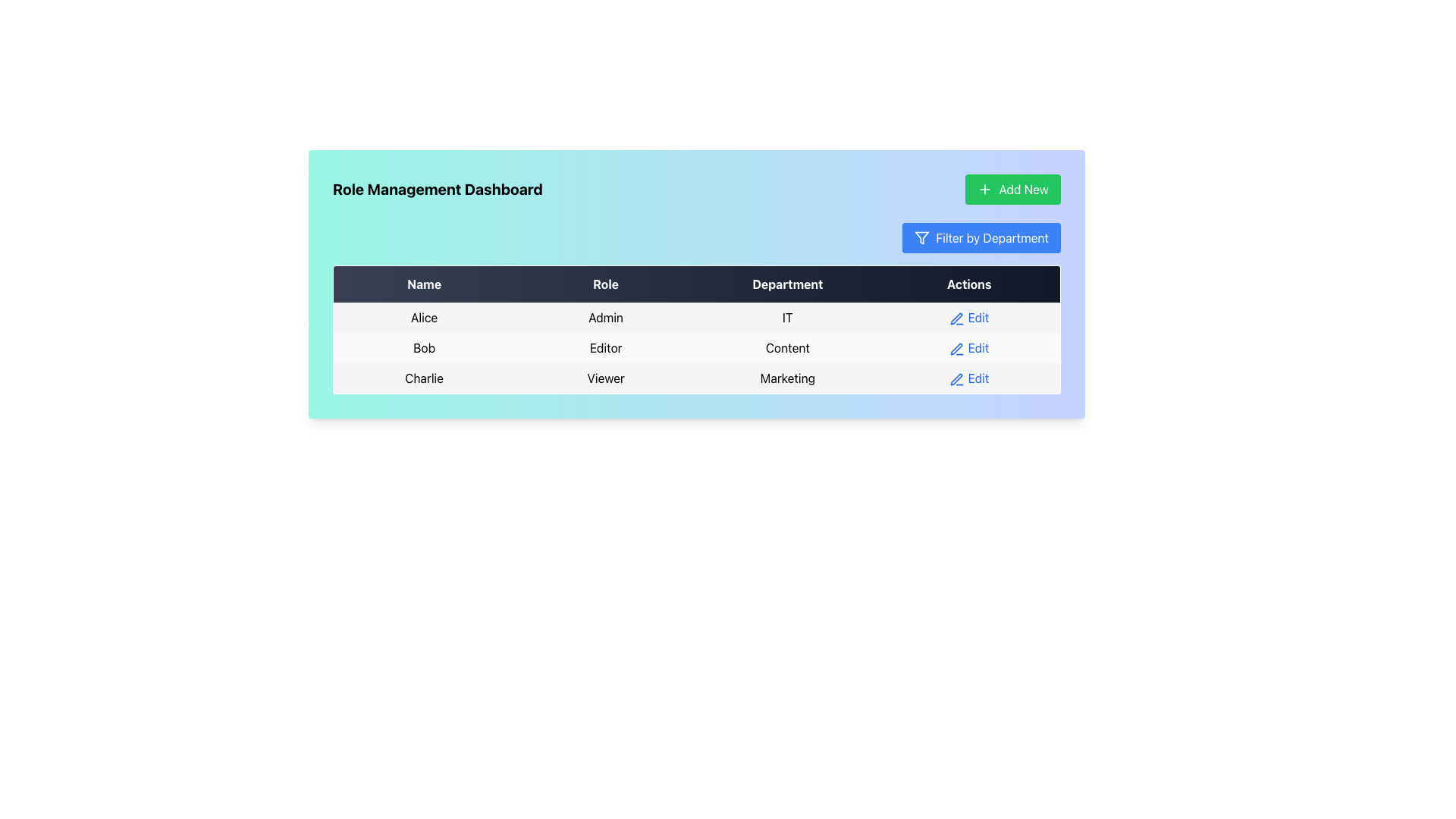  What do you see at coordinates (605, 348) in the screenshot?
I see `text 'Editor' located in the second cell of the 'Role' column in the second row of the table` at bounding box center [605, 348].